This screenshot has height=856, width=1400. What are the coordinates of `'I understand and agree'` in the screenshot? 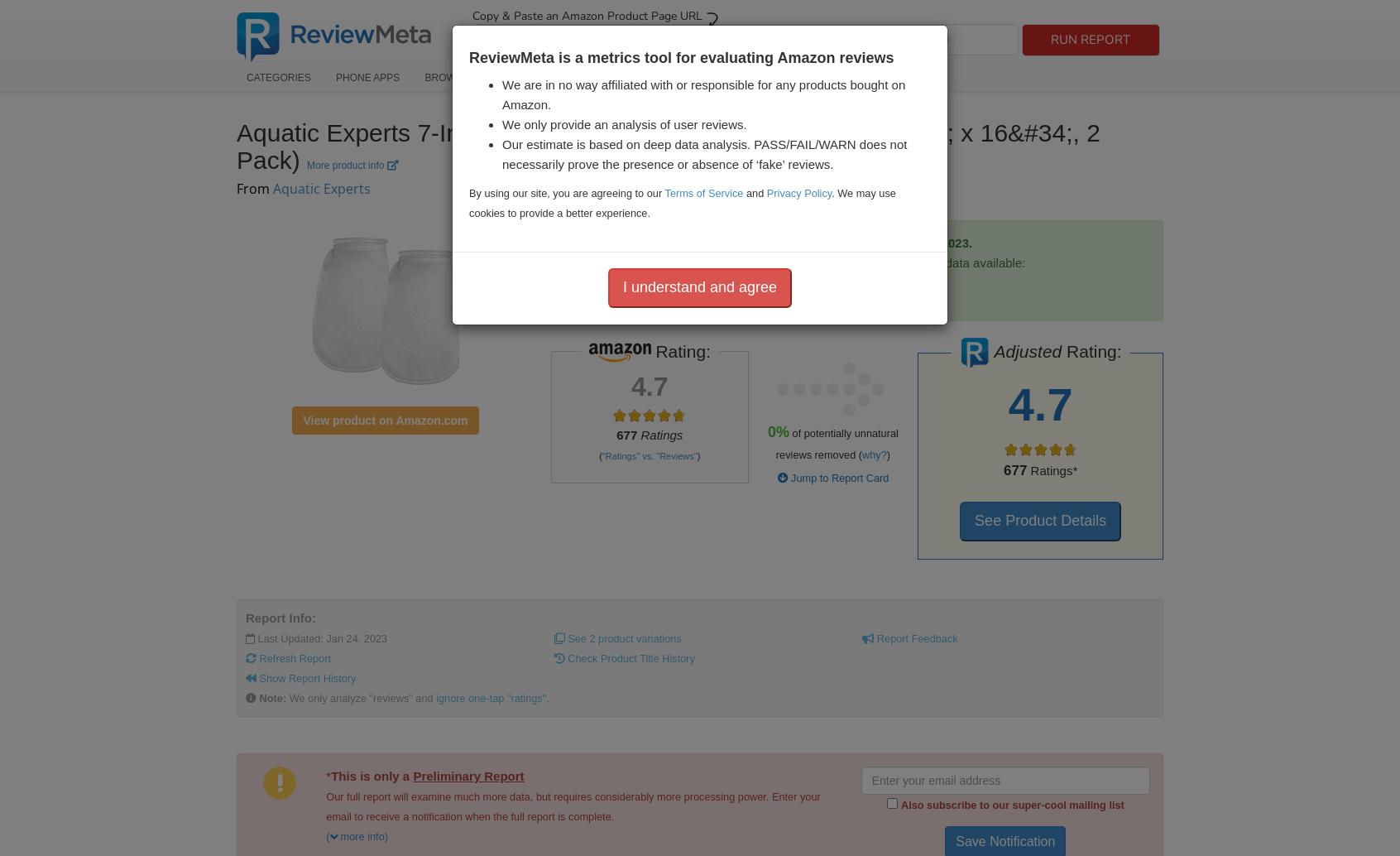 It's located at (621, 285).